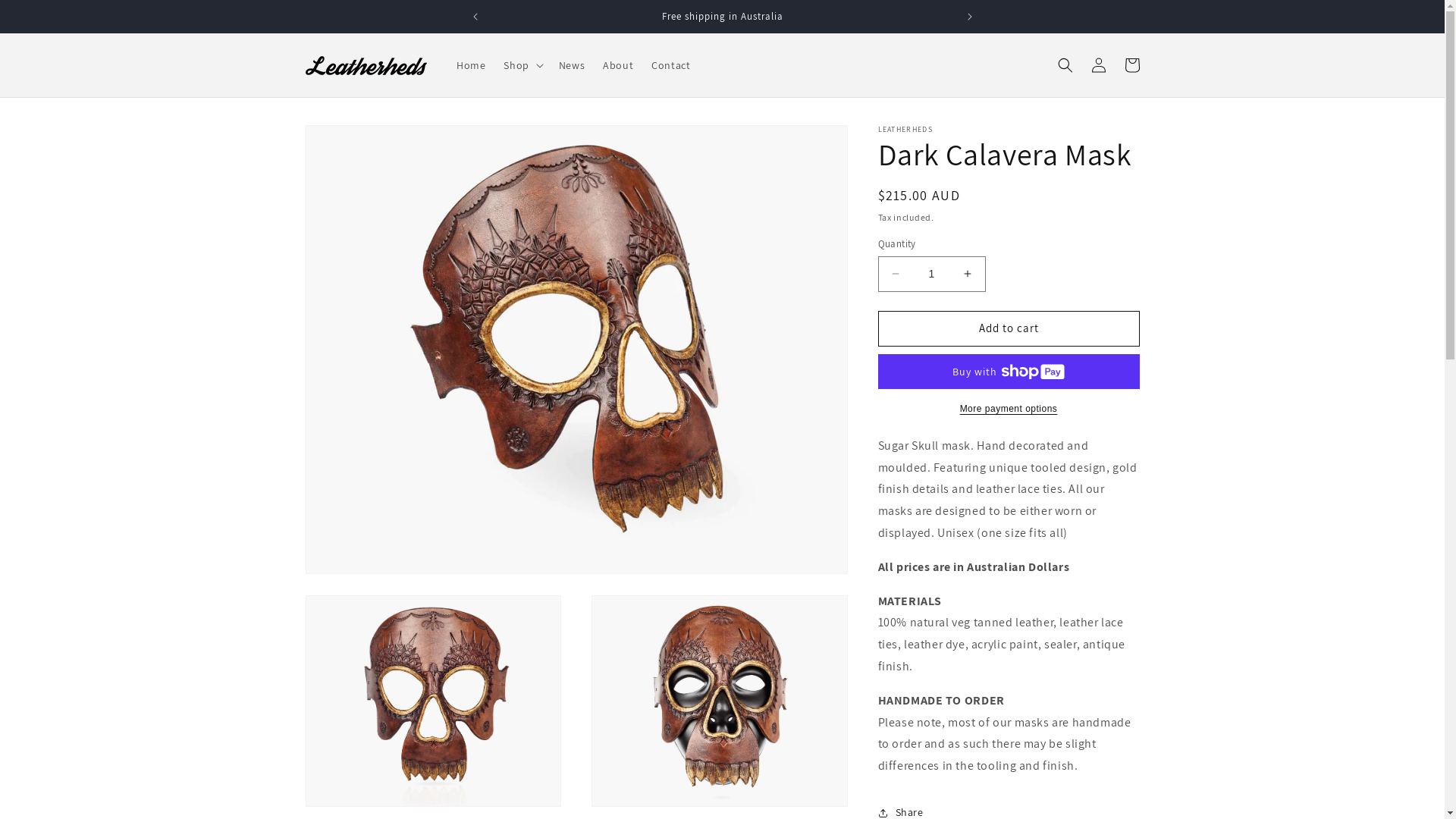  I want to click on 'Contact', so click(642, 64).